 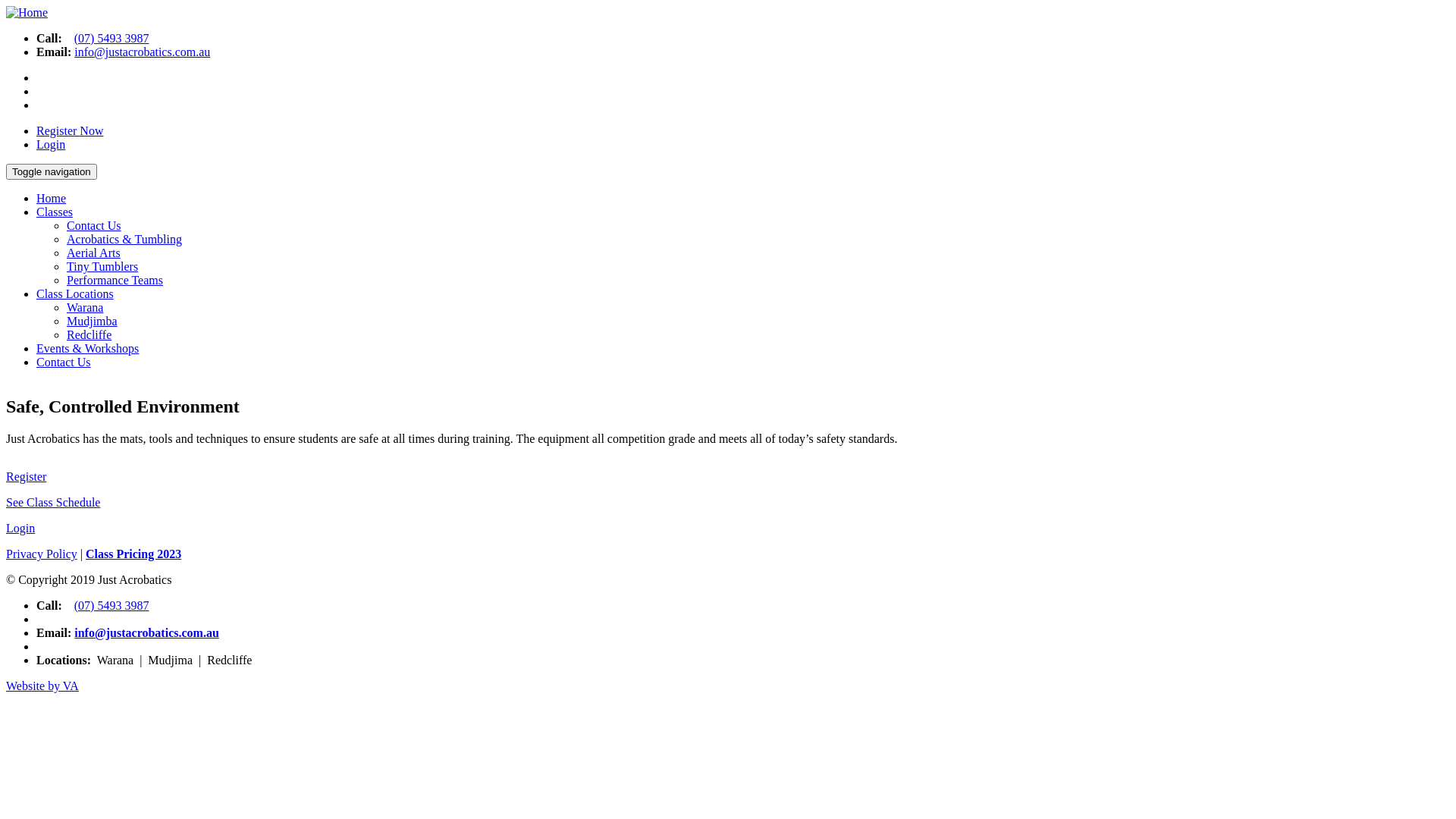 I want to click on 'info@justacrobatics.com.au', so click(x=142, y=51).